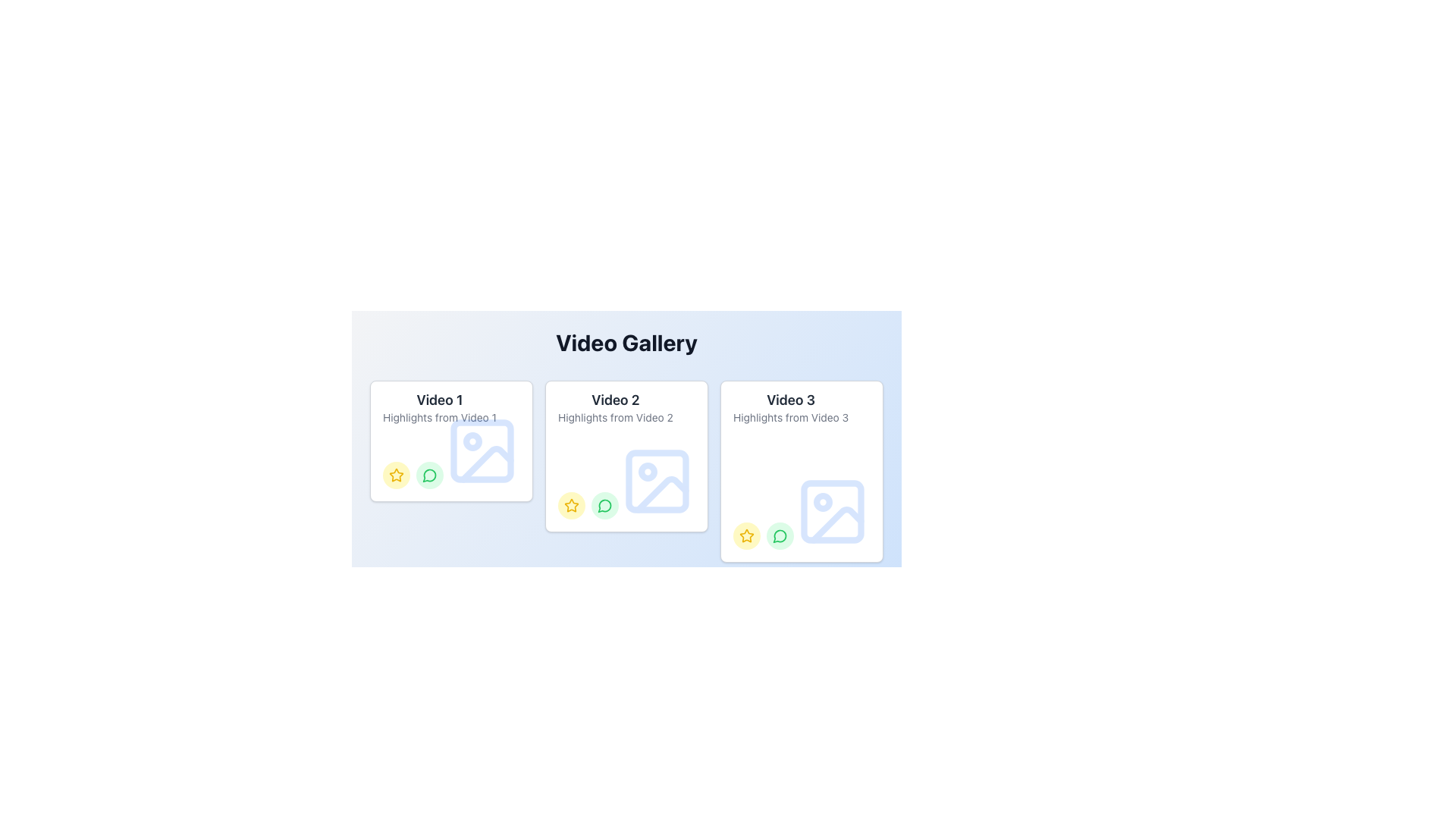 The image size is (1456, 819). What do you see at coordinates (428, 475) in the screenshot?
I see `the interactive button located in the bottom-left corner of the card labeled 'Video 1', which is the second icon from the left in the bottom row of icons, to trigger a visual response` at bounding box center [428, 475].